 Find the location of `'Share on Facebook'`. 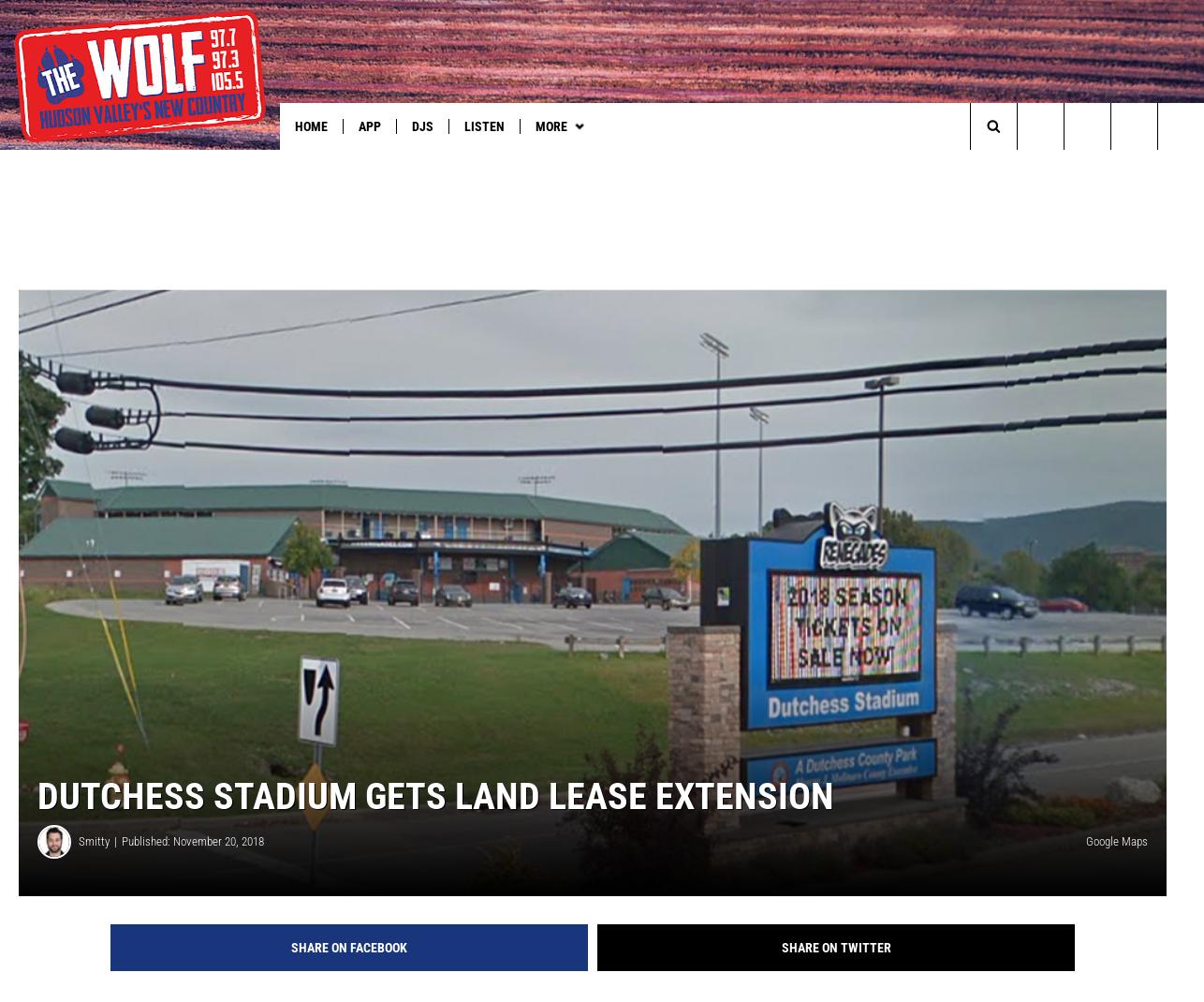

'Share on Facebook' is located at coordinates (347, 977).